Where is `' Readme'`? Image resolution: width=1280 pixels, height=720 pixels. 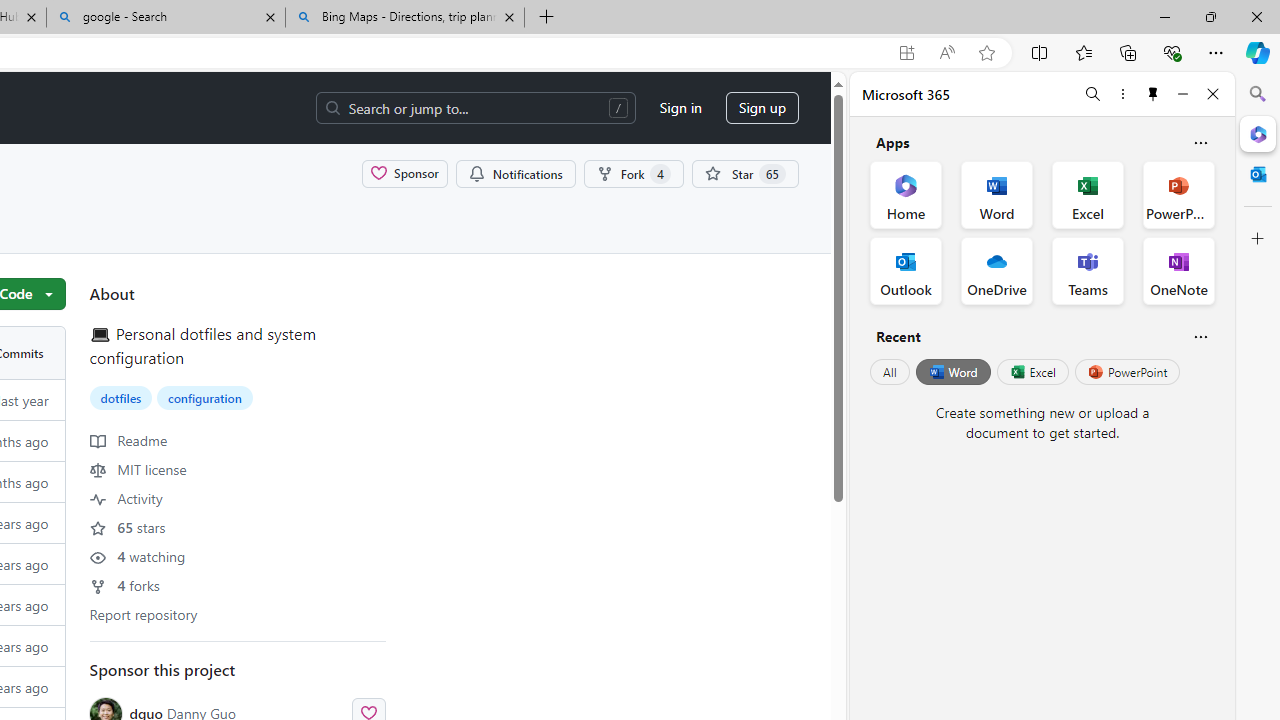 ' Readme' is located at coordinates (127, 438).